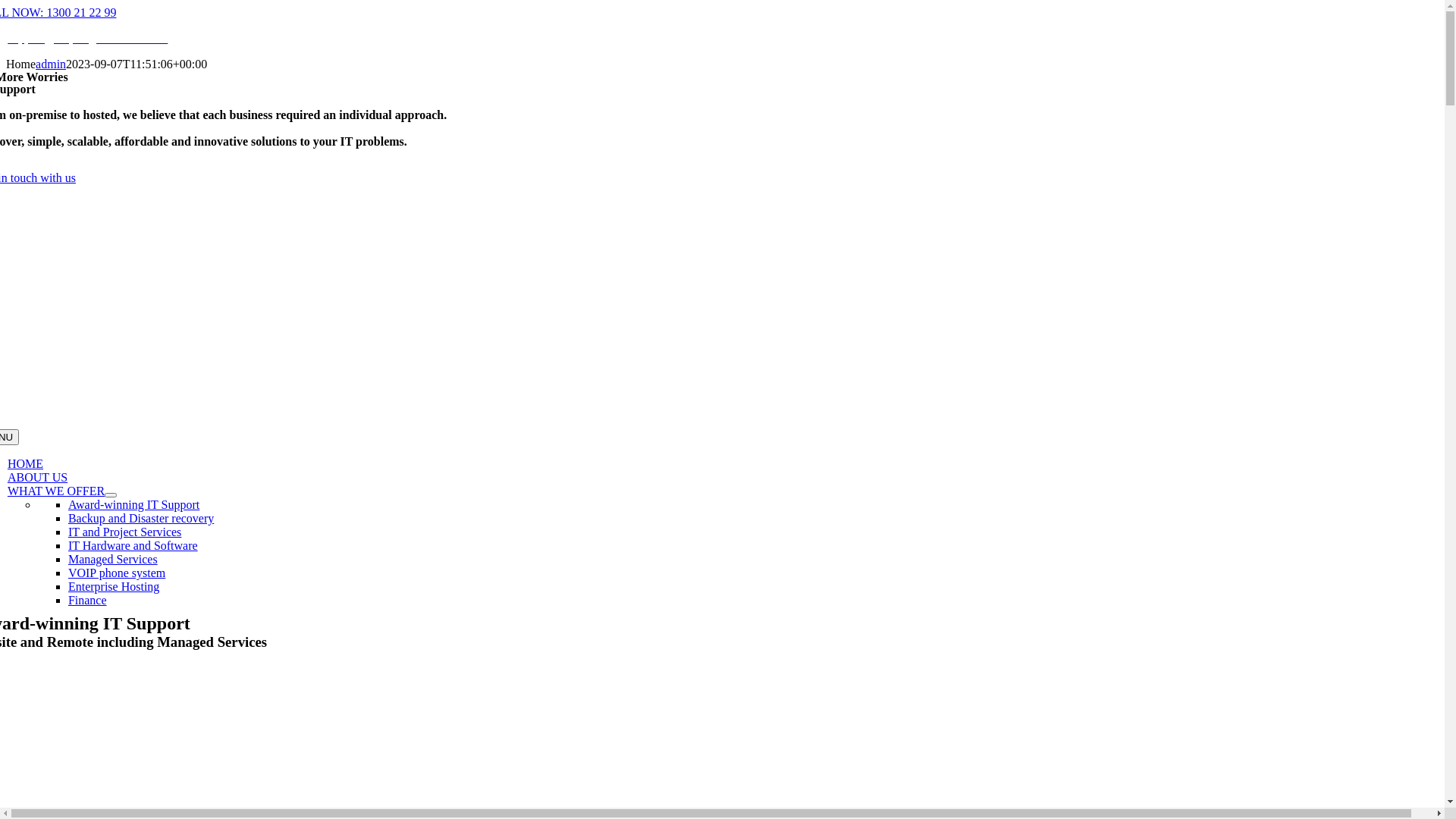  Describe the element at coordinates (111, 559) in the screenshot. I see `'Managed Services'` at that location.